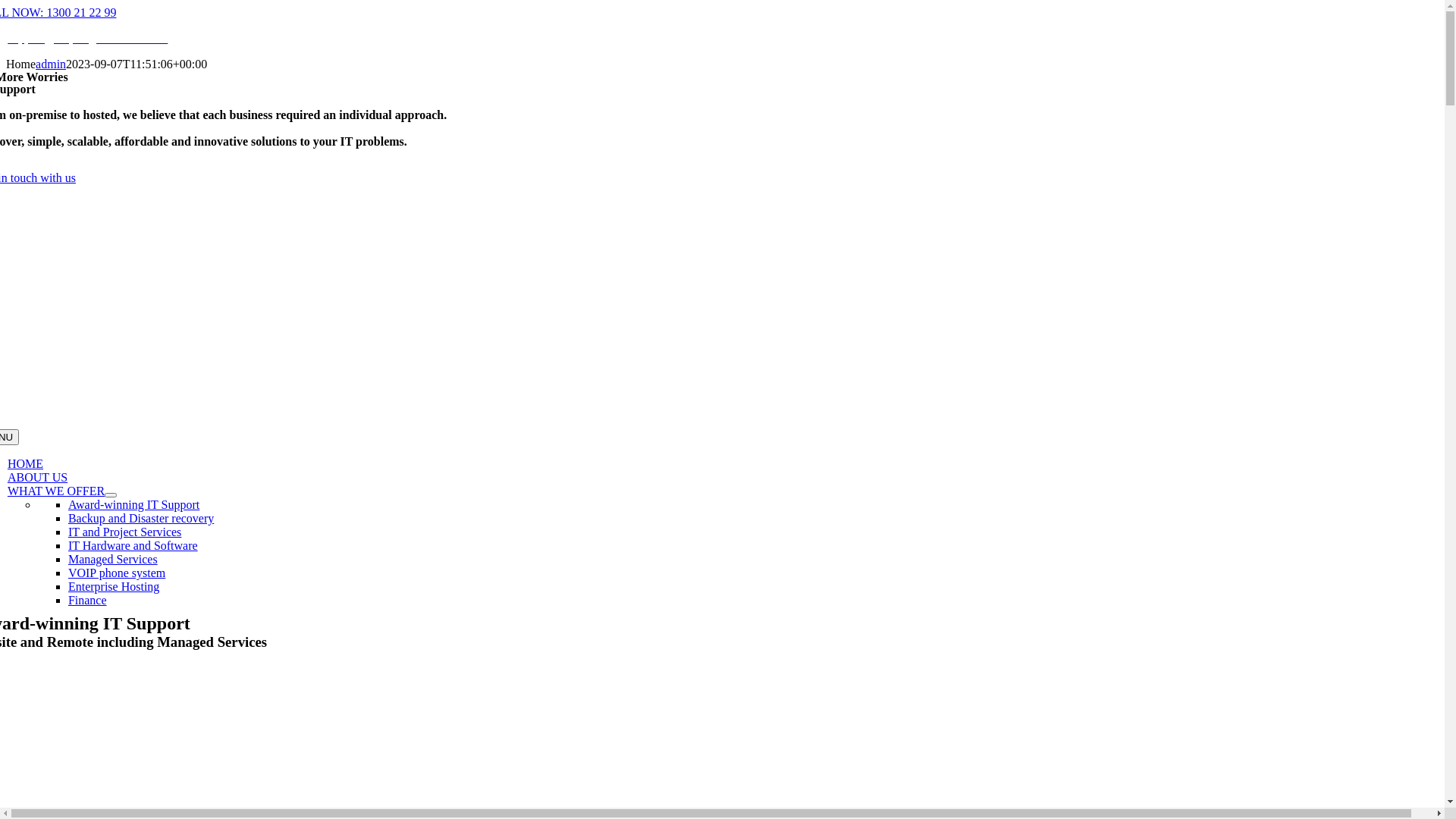  Describe the element at coordinates (111, 559) in the screenshot. I see `'Managed Services'` at that location.